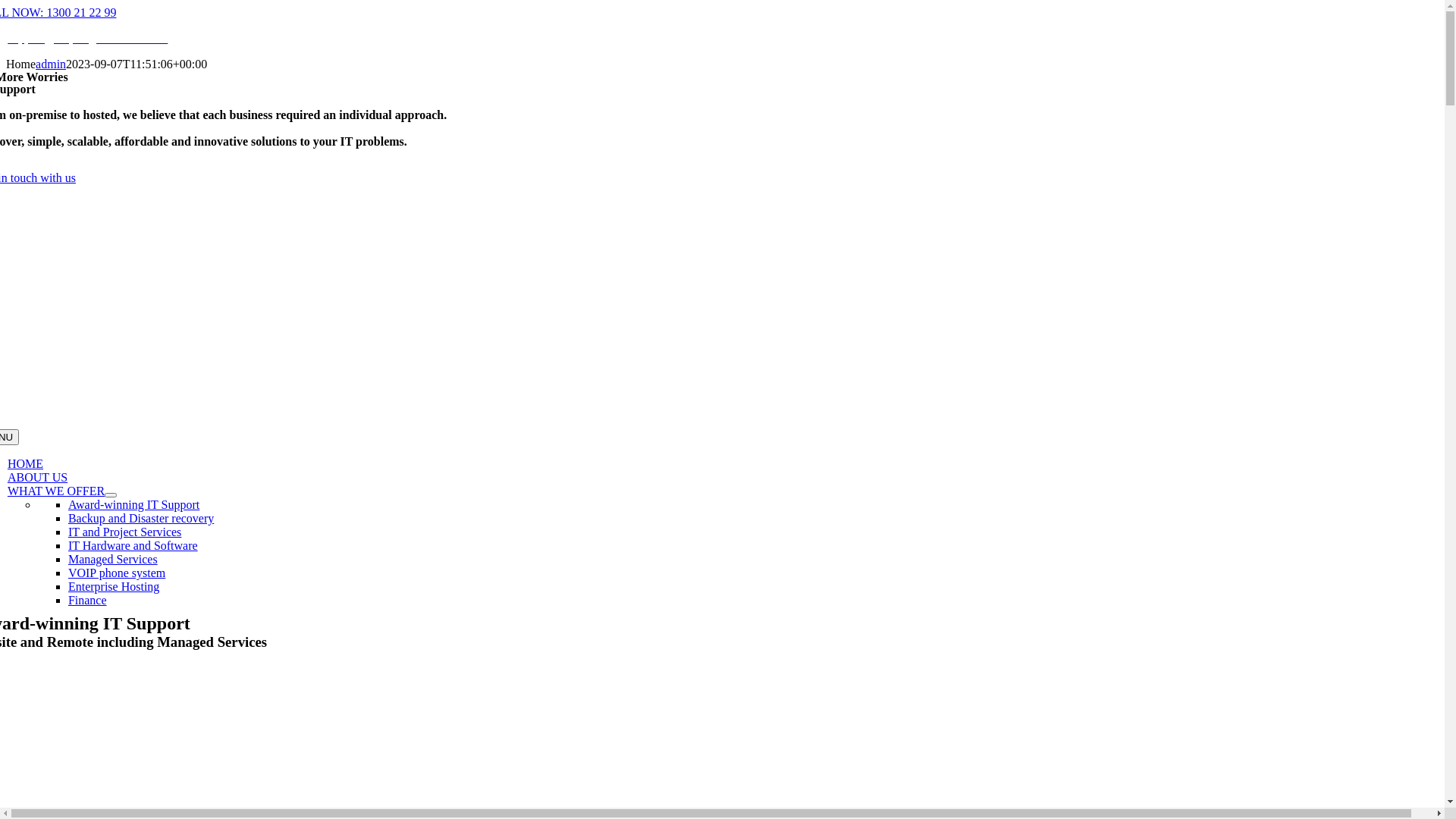  Describe the element at coordinates (111, 559) in the screenshot. I see `'Managed Services'` at that location.